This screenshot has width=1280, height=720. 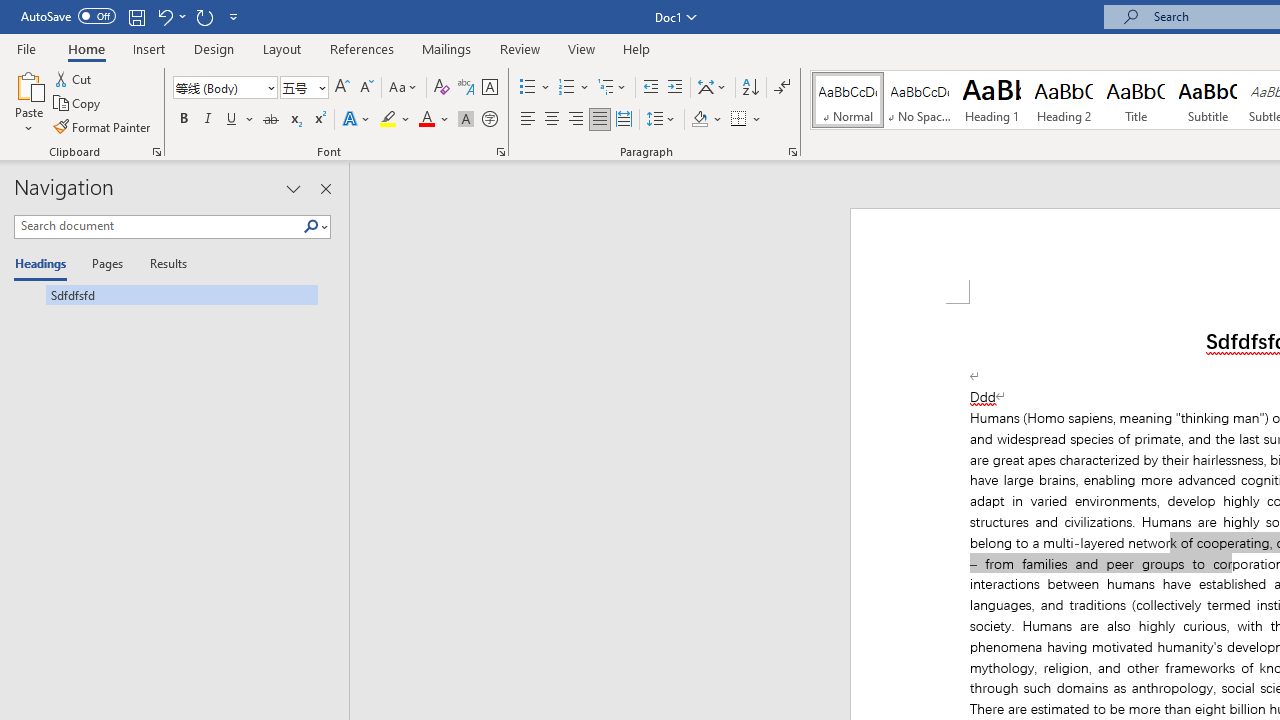 What do you see at coordinates (170, 16) in the screenshot?
I see `'Undo '` at bounding box center [170, 16].